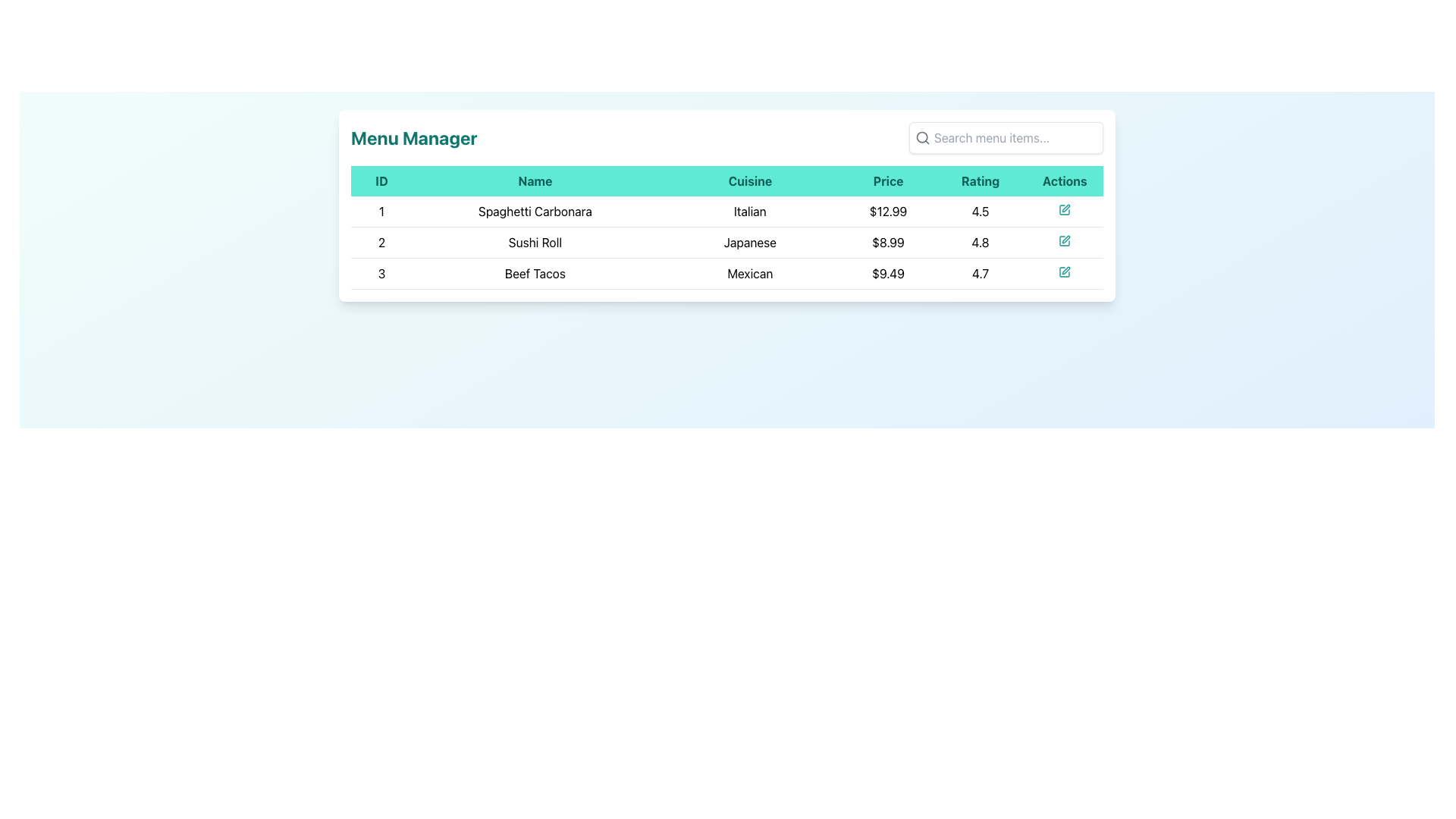 The width and height of the screenshot is (1456, 819). I want to click on the text of the 'Spaghetti Carbonara' label located in the second cell of the 'Name' column in the 'Menu Manager' section, so click(535, 212).